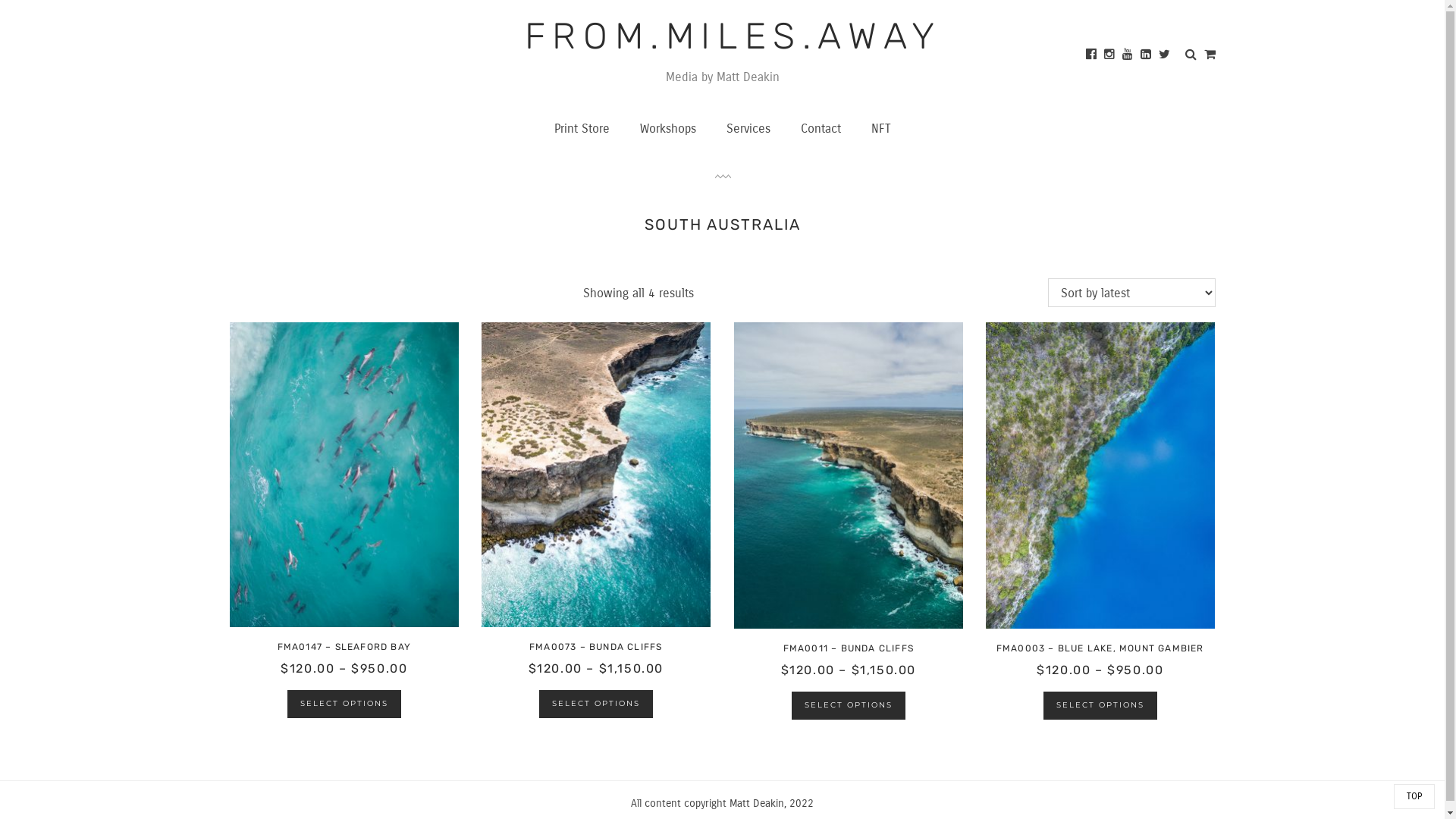 This screenshot has width=1456, height=819. I want to click on 'Services', so click(748, 127).